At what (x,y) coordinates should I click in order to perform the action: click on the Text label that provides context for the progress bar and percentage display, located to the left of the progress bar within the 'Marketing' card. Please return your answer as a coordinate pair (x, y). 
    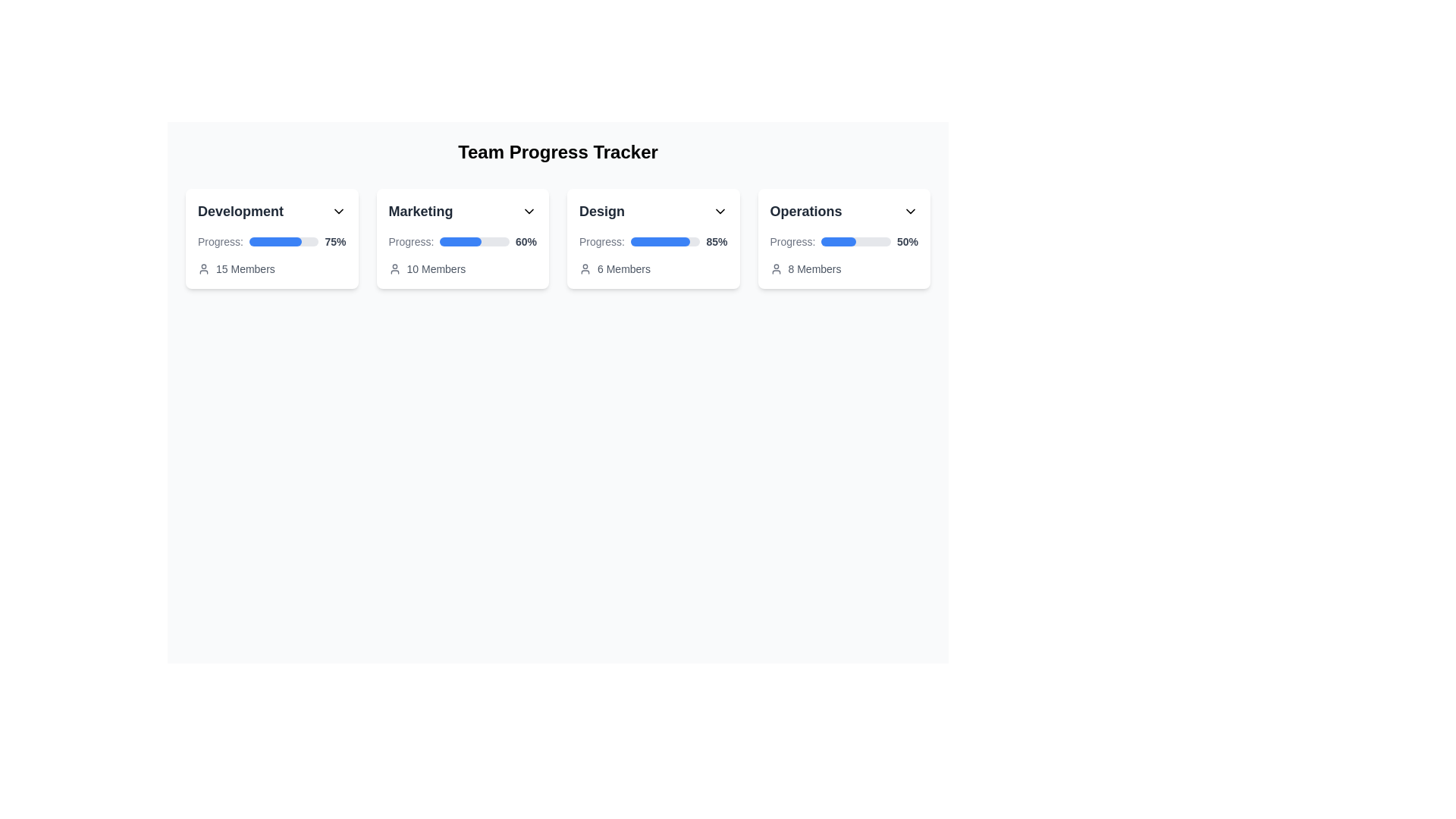
    Looking at the image, I should click on (411, 241).